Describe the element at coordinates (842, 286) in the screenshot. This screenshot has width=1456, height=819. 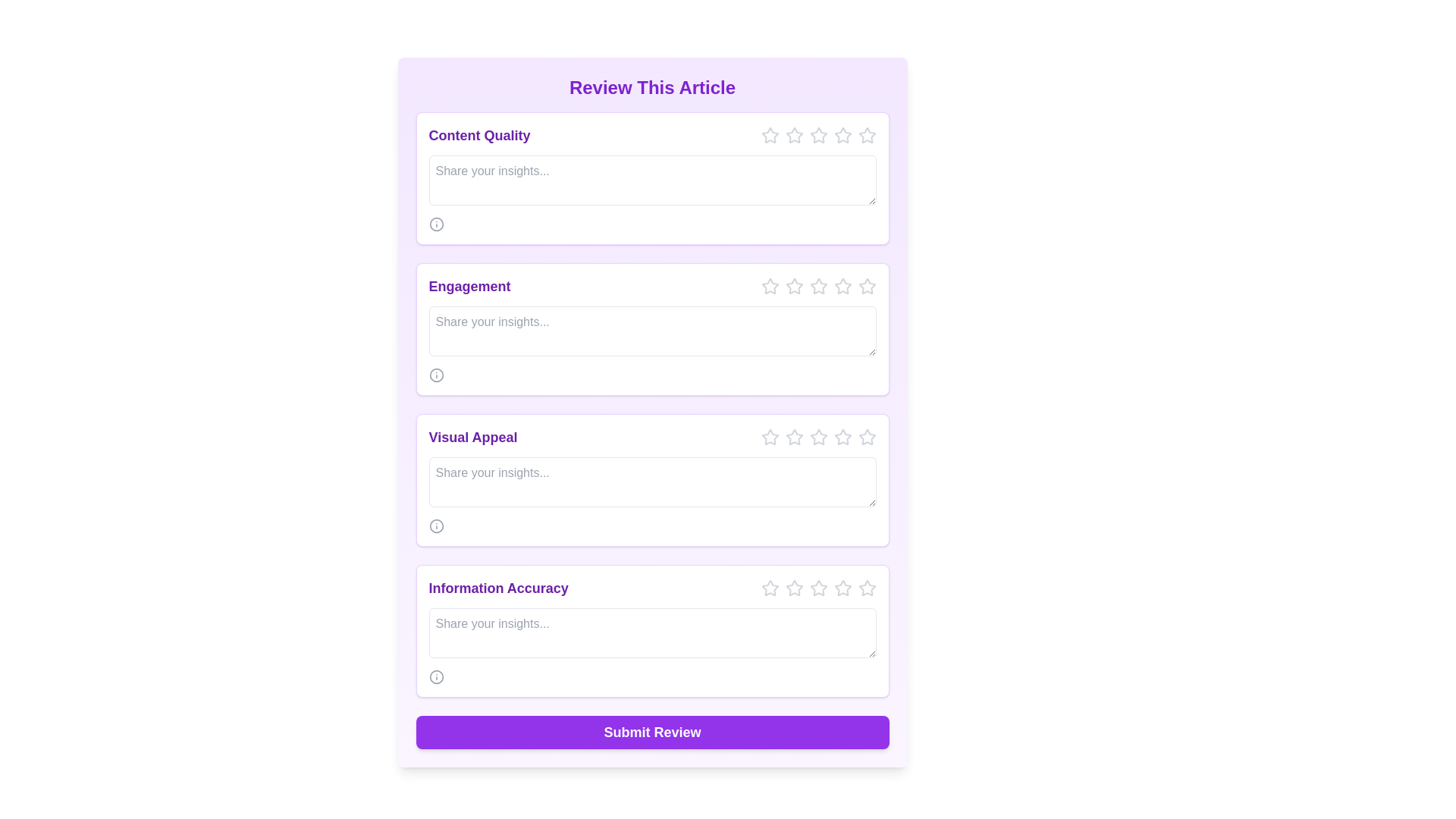
I see `the fourth rating star icon in the 'Engagement' section` at that location.